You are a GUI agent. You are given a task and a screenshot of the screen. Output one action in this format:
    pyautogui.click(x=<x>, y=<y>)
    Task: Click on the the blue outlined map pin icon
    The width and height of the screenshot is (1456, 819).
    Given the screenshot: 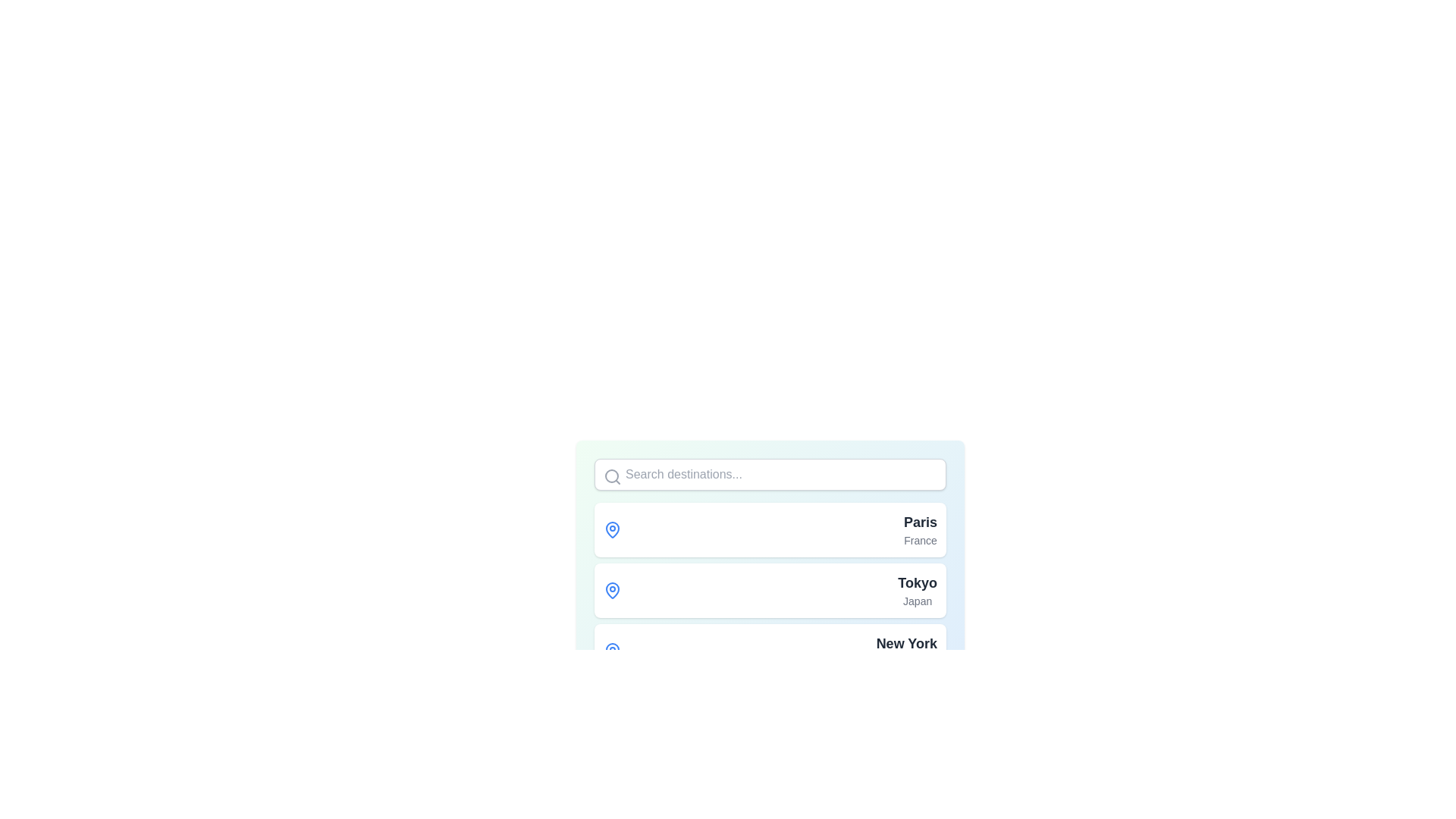 What is the action you would take?
    pyautogui.click(x=612, y=589)
    